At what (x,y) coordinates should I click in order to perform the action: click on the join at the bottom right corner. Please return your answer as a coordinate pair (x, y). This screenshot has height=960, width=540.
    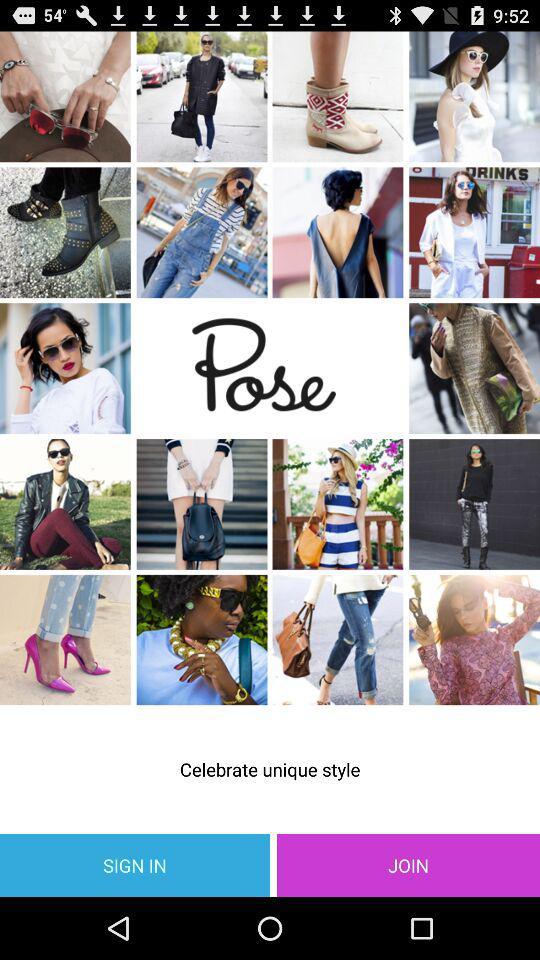
    Looking at the image, I should click on (407, 864).